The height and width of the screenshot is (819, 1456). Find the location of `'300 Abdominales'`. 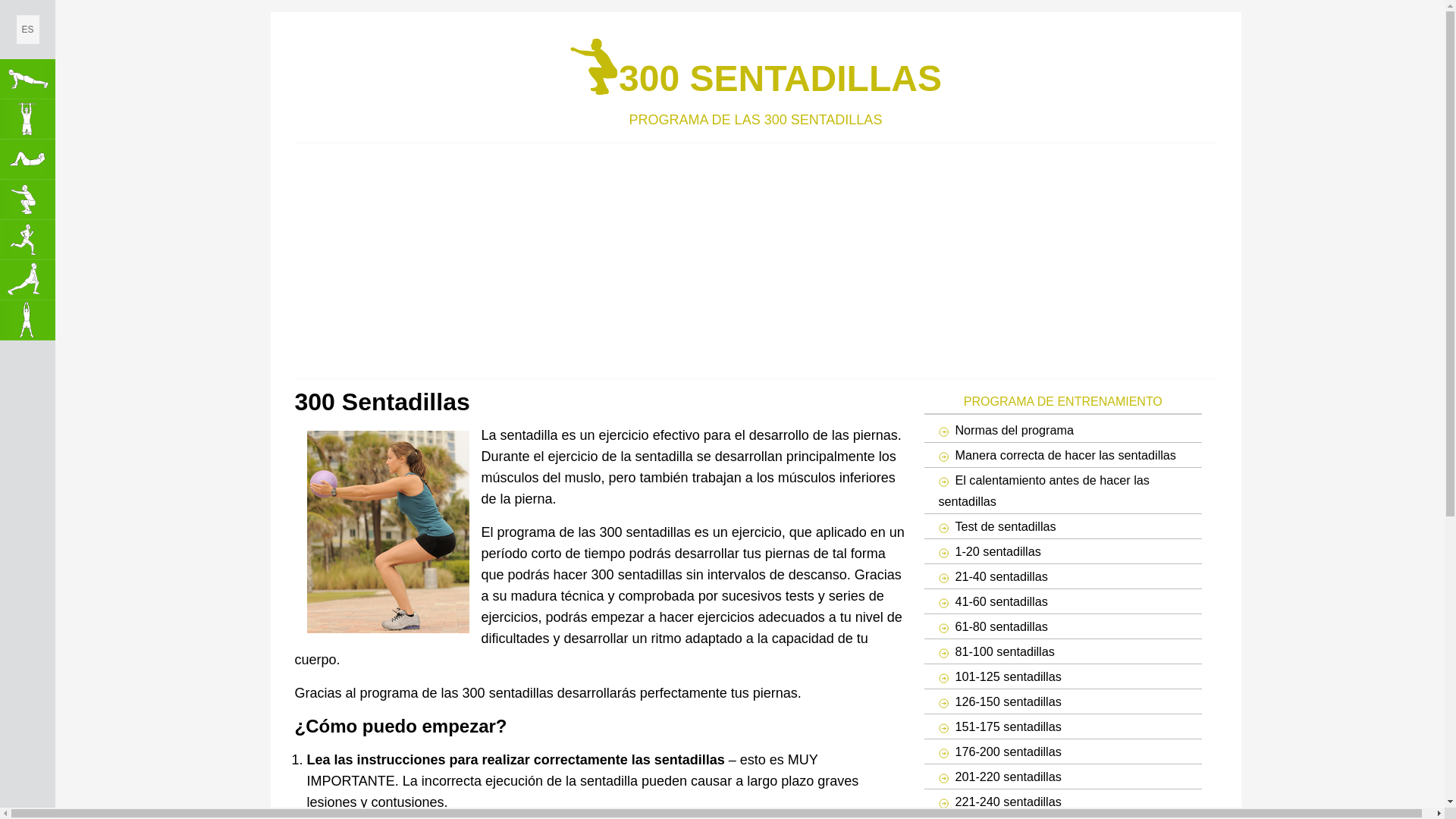

'300 Abdominales' is located at coordinates (27, 159).